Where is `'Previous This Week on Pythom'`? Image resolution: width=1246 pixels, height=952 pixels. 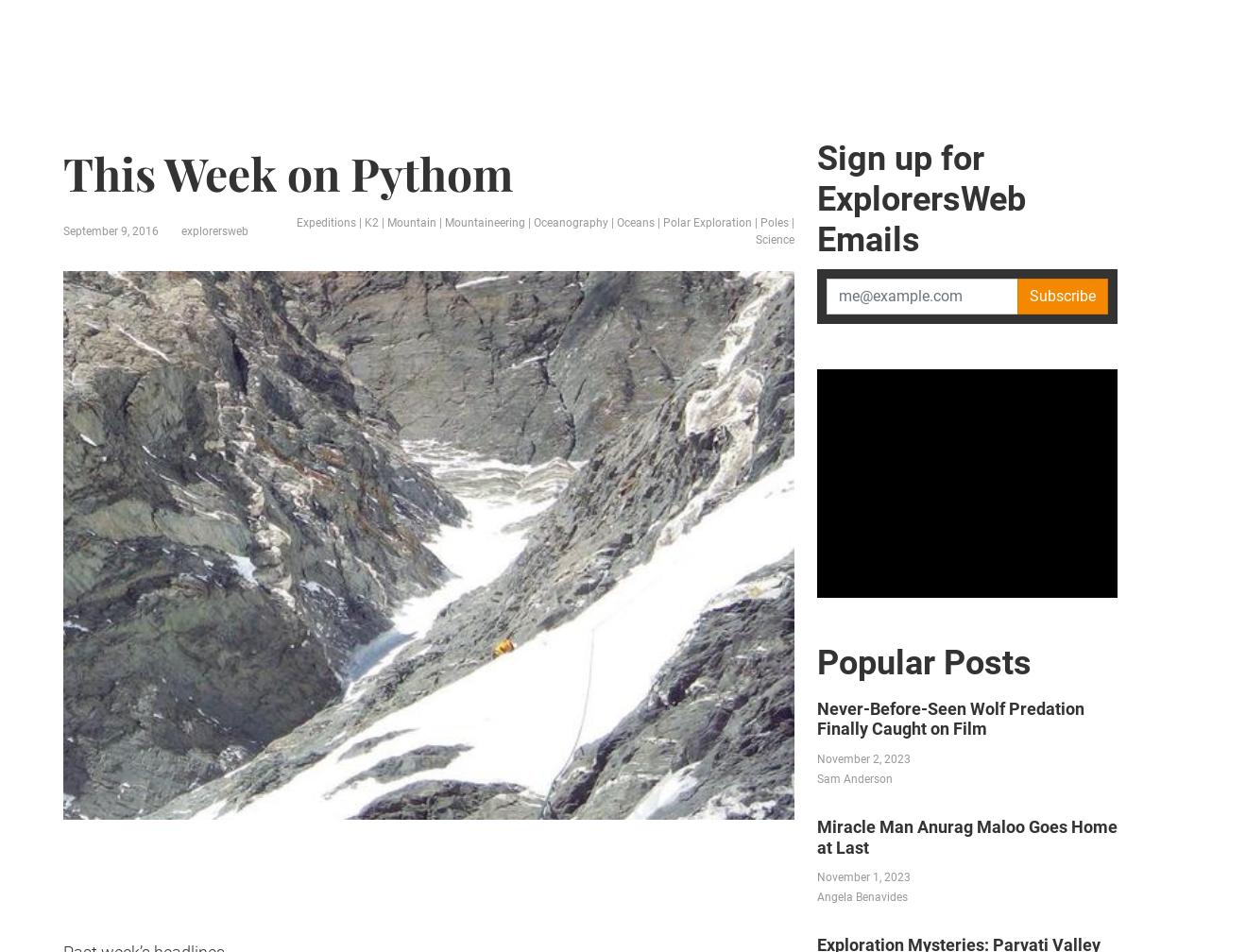
'Previous This Week on Pythom' is located at coordinates (180, 824).